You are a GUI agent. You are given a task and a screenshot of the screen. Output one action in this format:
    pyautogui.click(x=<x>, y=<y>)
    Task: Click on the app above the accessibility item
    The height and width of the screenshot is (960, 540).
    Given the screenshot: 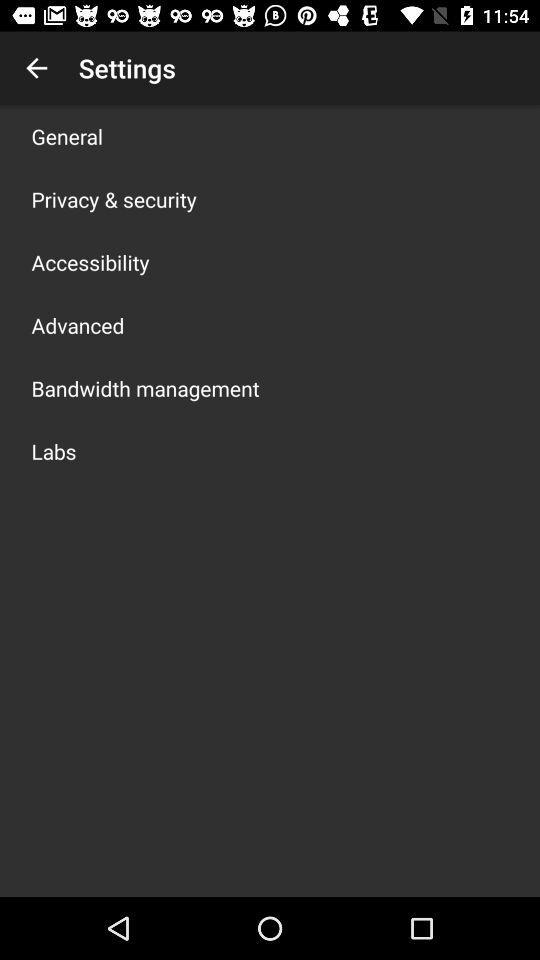 What is the action you would take?
    pyautogui.click(x=114, y=199)
    